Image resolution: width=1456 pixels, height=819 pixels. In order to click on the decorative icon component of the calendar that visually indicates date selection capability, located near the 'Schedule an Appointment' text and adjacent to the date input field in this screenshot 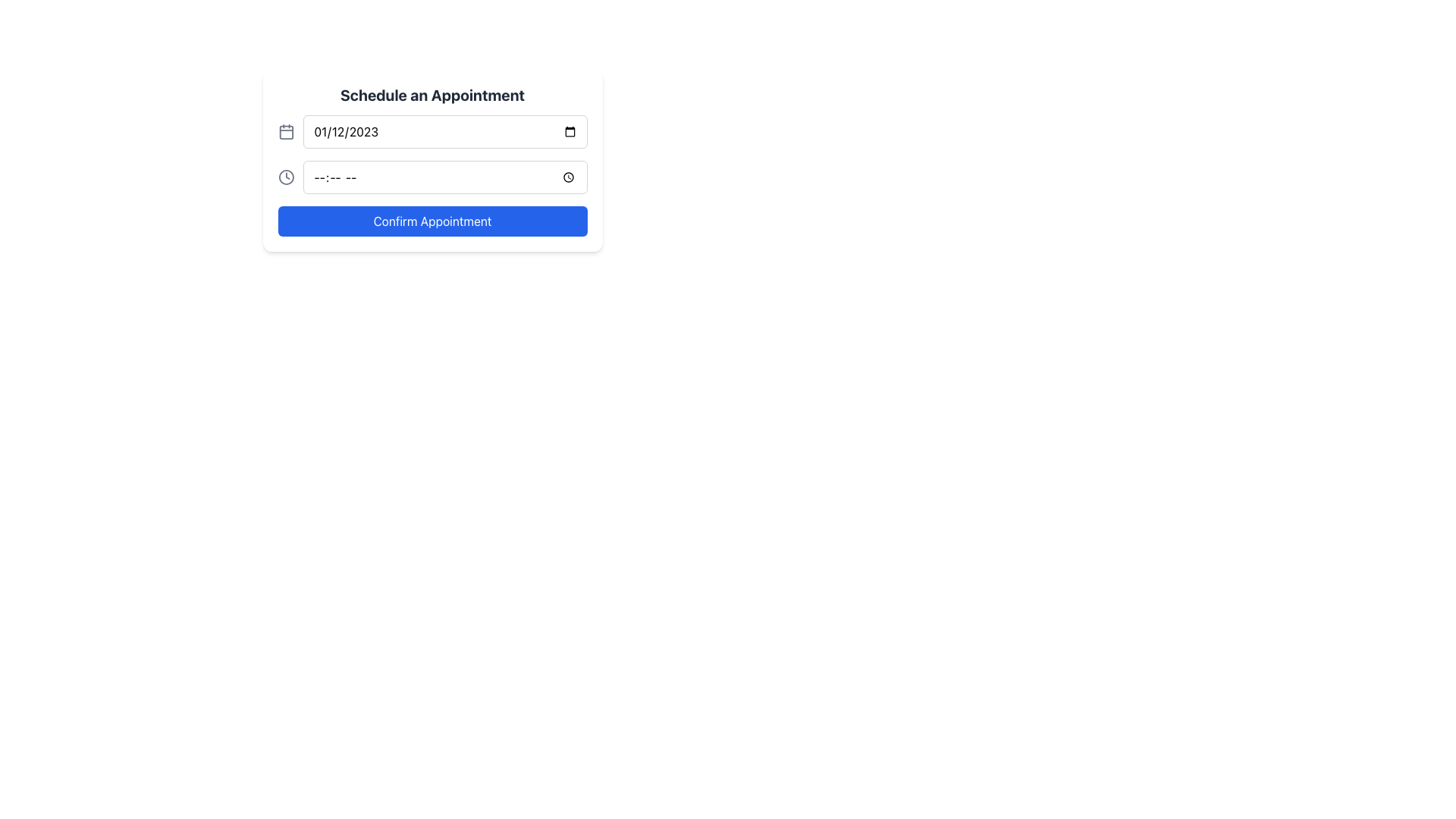, I will do `click(286, 131)`.